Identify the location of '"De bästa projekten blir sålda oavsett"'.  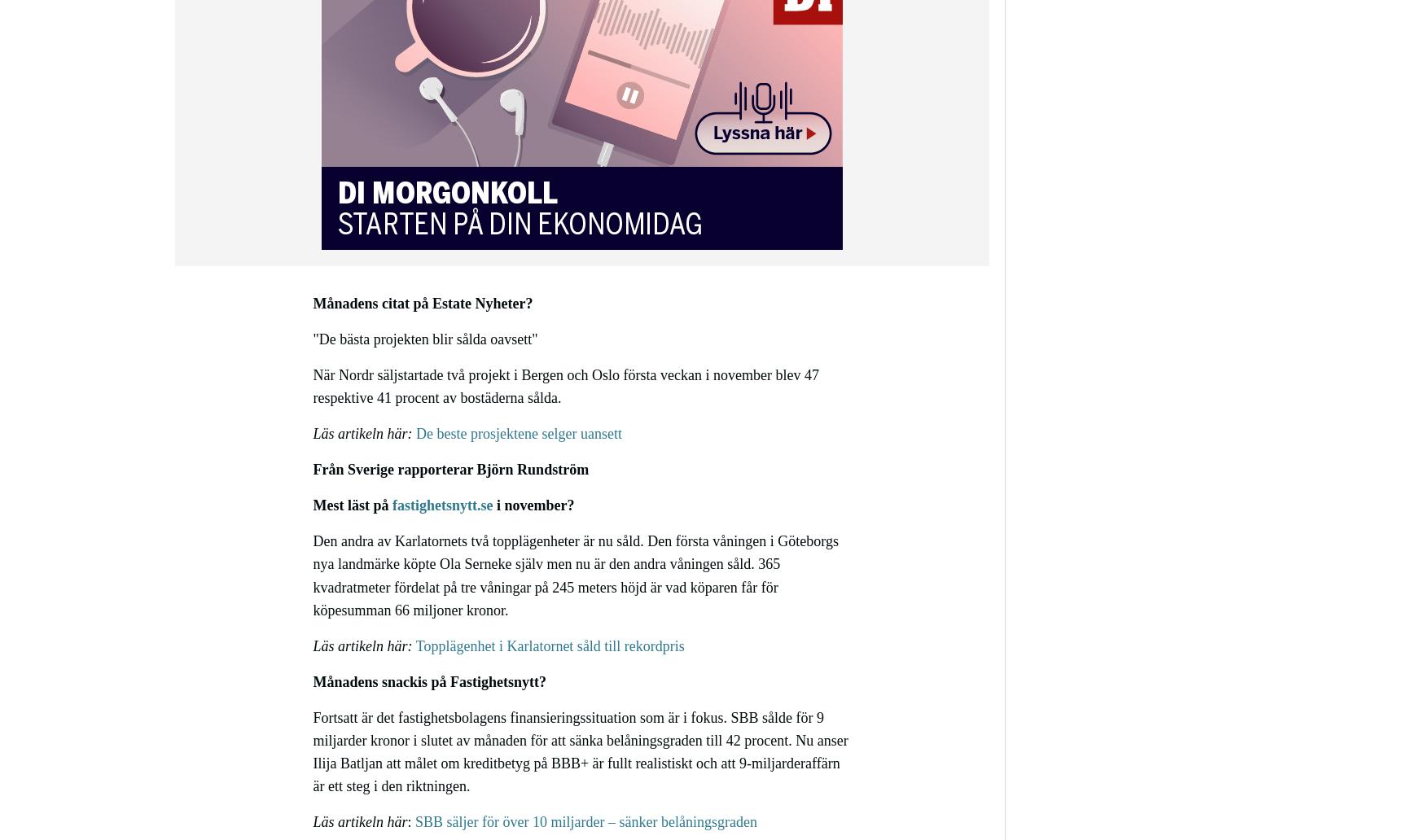
(424, 337).